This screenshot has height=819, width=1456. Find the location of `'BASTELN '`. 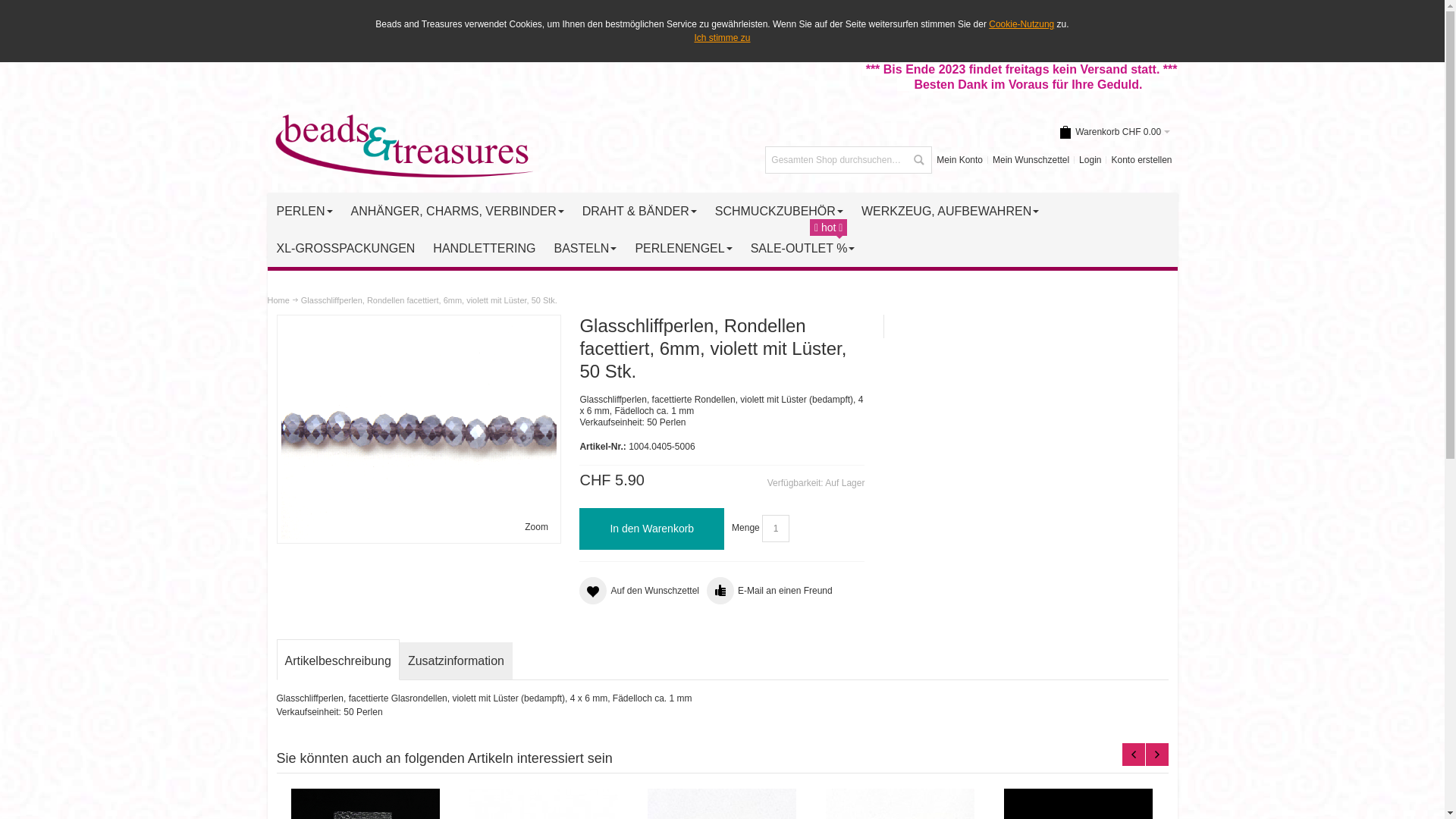

'BASTELN ' is located at coordinates (584, 247).